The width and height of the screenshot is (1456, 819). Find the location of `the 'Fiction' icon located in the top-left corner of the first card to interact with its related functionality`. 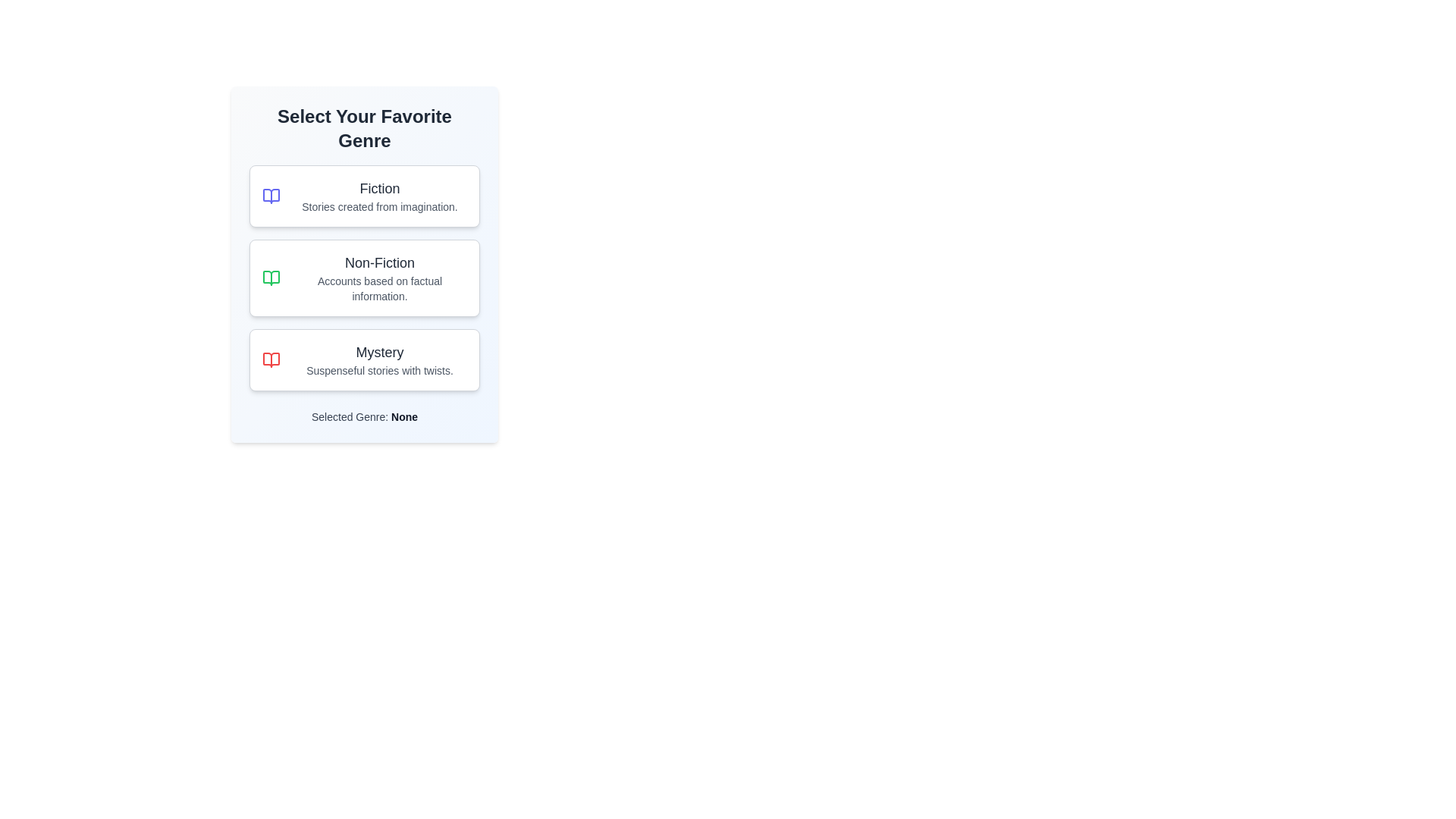

the 'Fiction' icon located in the top-left corner of the first card to interact with its related functionality is located at coordinates (271, 195).